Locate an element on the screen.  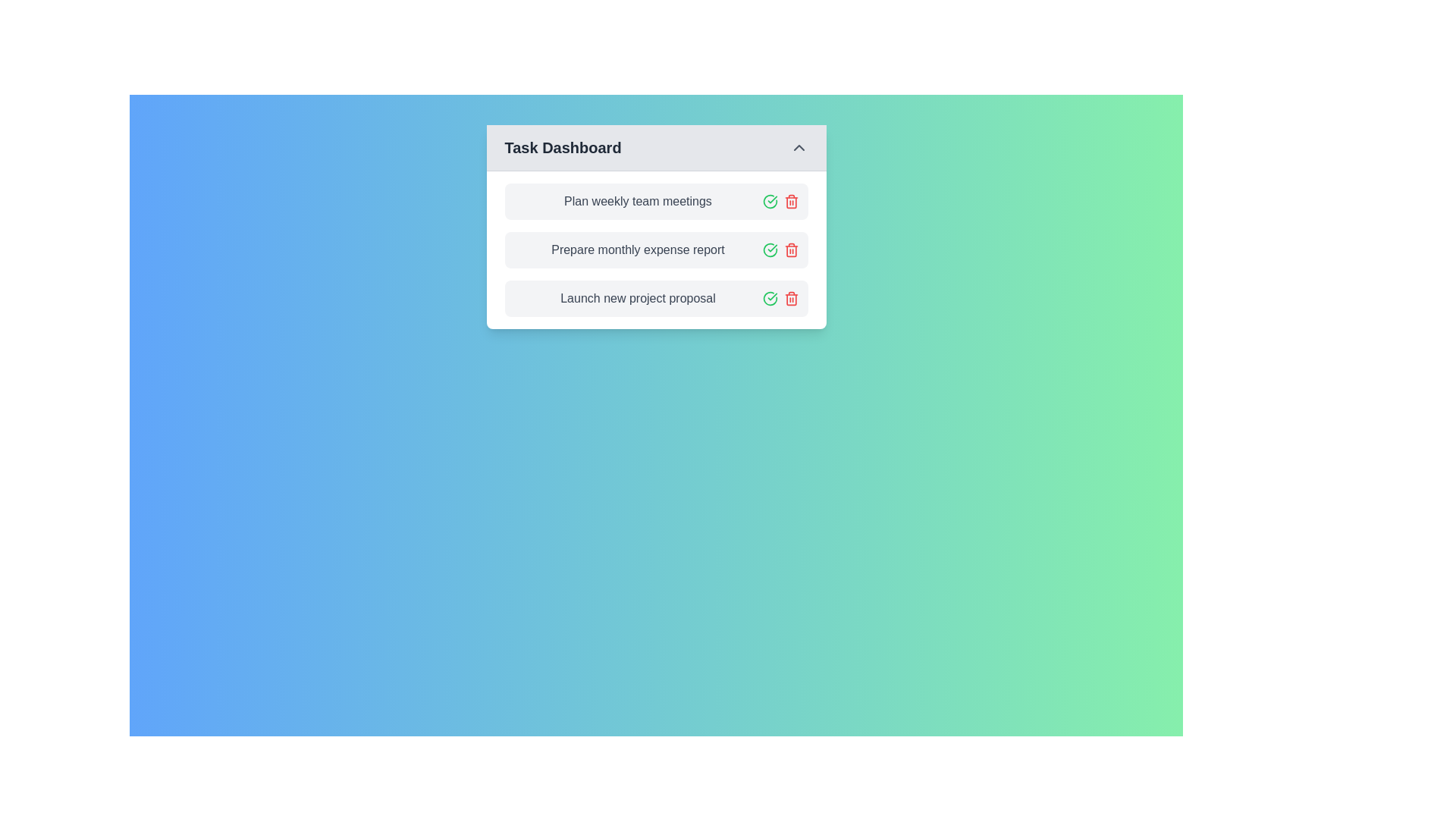
the second segment of the red trash icon, which is used for deleting or removing the associated task, located in the third action row of the task list to the right of the text 'Launch new project proposal' is located at coordinates (790, 300).